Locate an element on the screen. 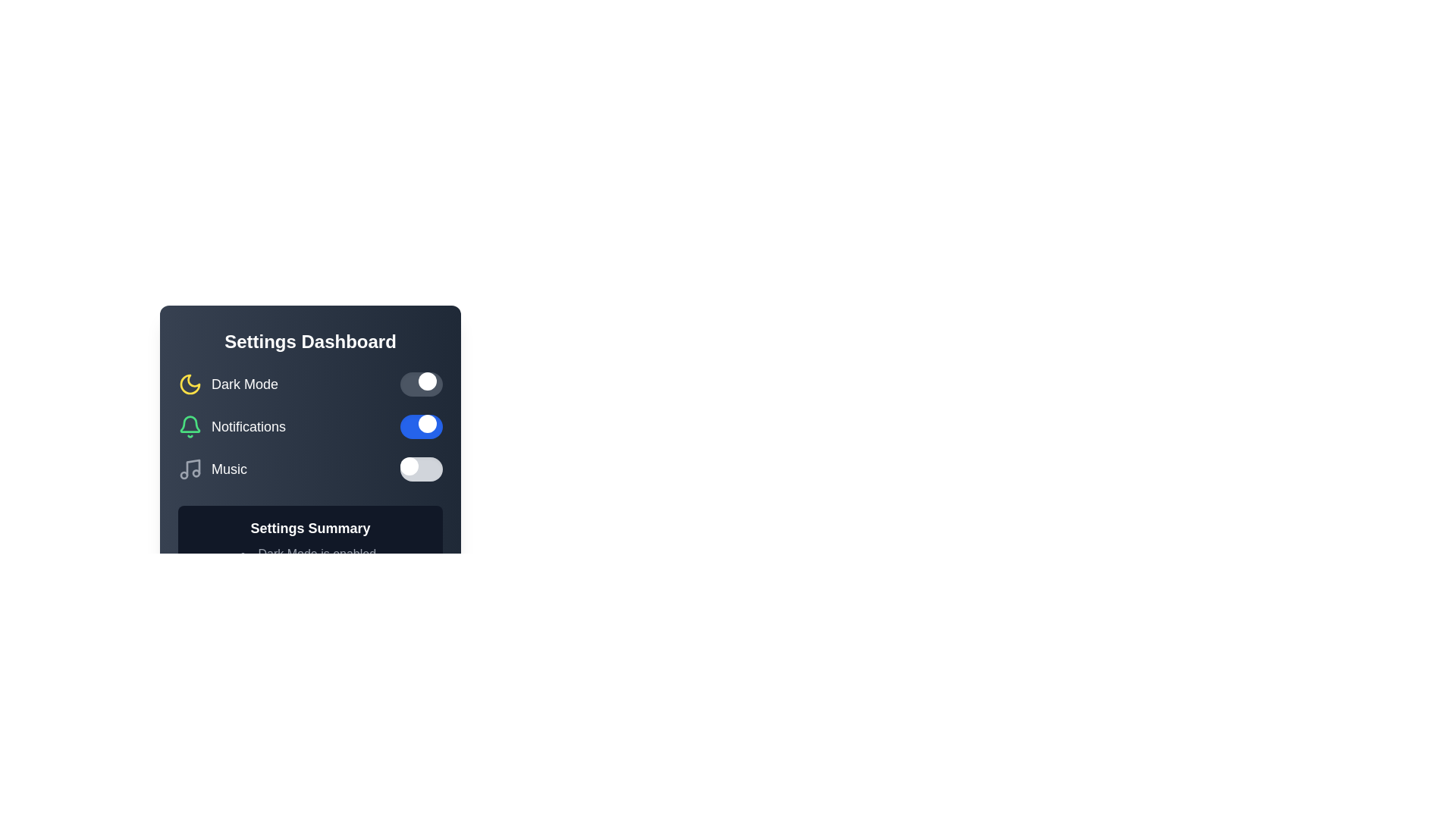  the toggle switch located at the far right within the 'Music' row in the settings menu is located at coordinates (422, 468).